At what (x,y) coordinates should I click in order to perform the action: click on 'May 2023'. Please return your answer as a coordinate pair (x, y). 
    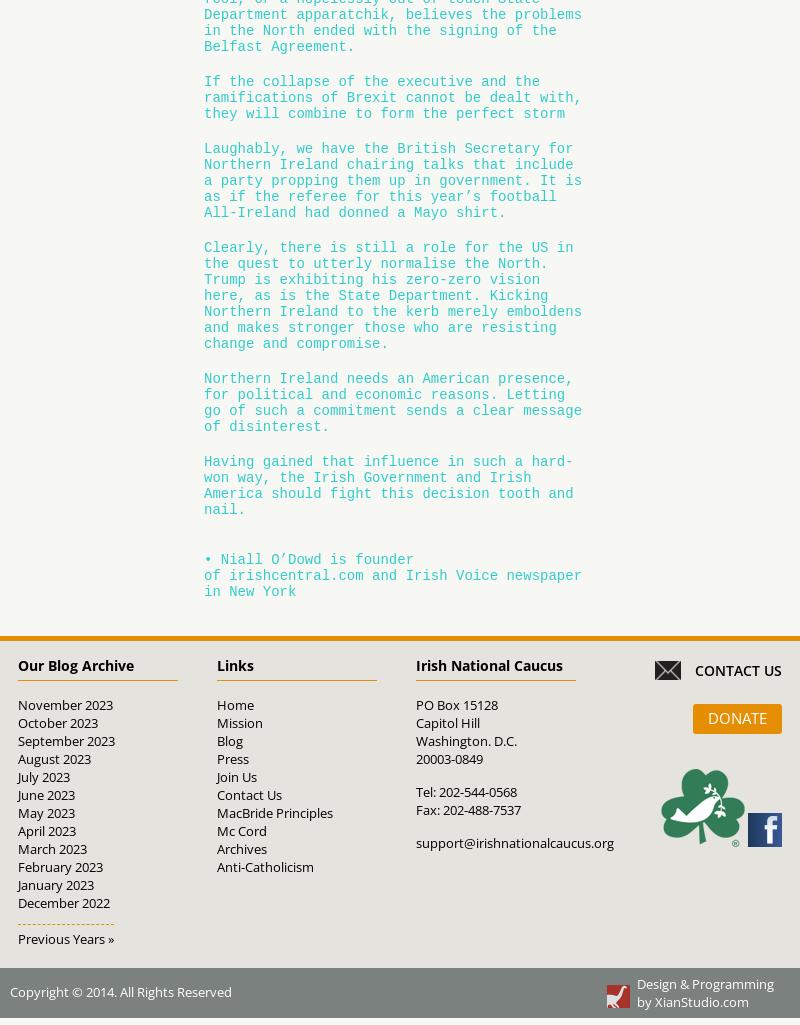
    Looking at the image, I should click on (44, 811).